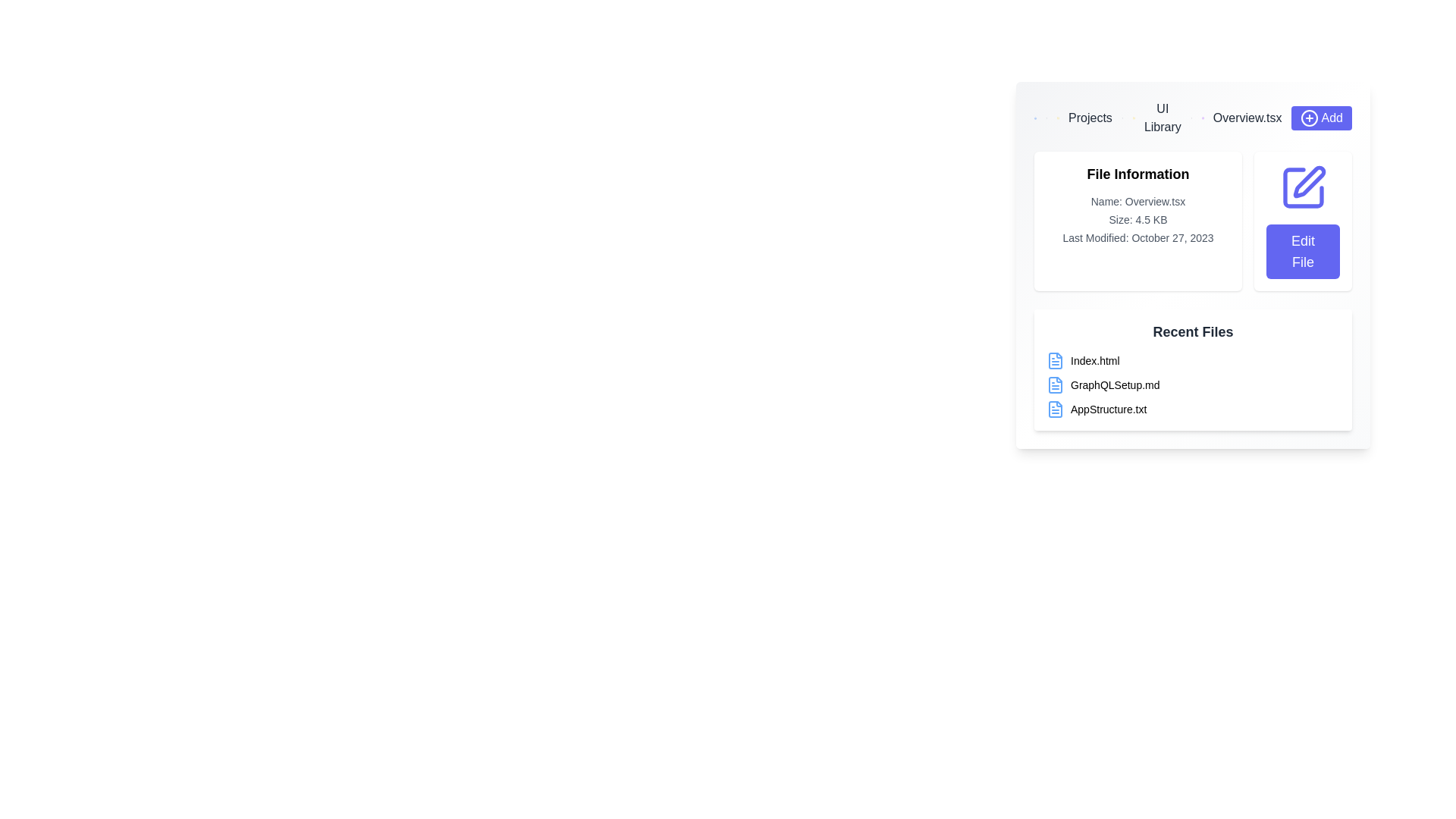 The width and height of the screenshot is (1456, 819). I want to click on static text label displaying 'Name: Overview.tsx' located in the top region of the 'File Information' section, so click(1138, 201).